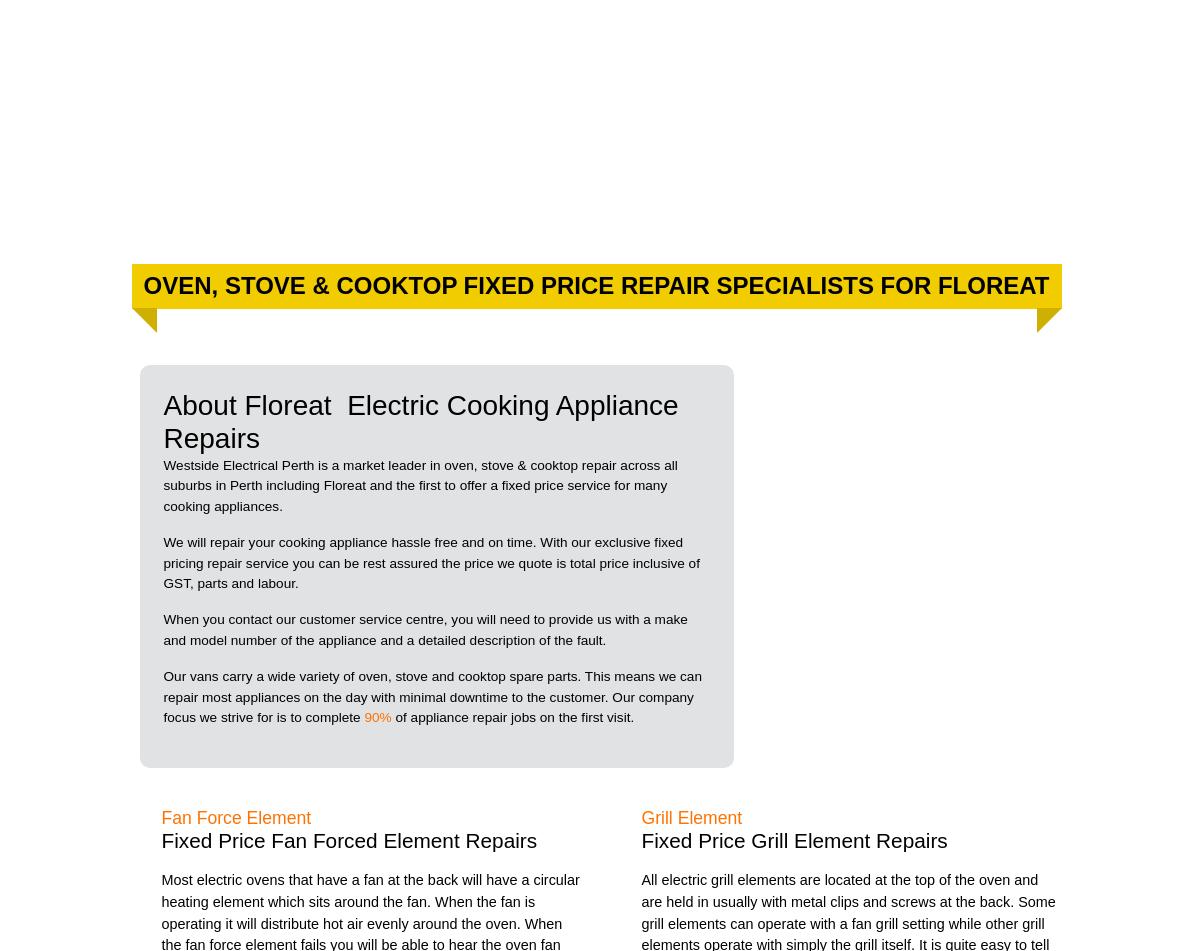 The height and width of the screenshot is (951, 1193). Describe the element at coordinates (419, 484) in the screenshot. I see `'Westside Electrical Perth is a market leader in oven, stove & cooktop repair across all suburbs in Perth including Floreat and the first to offer a fixed price service for many cooking appliances.'` at that location.